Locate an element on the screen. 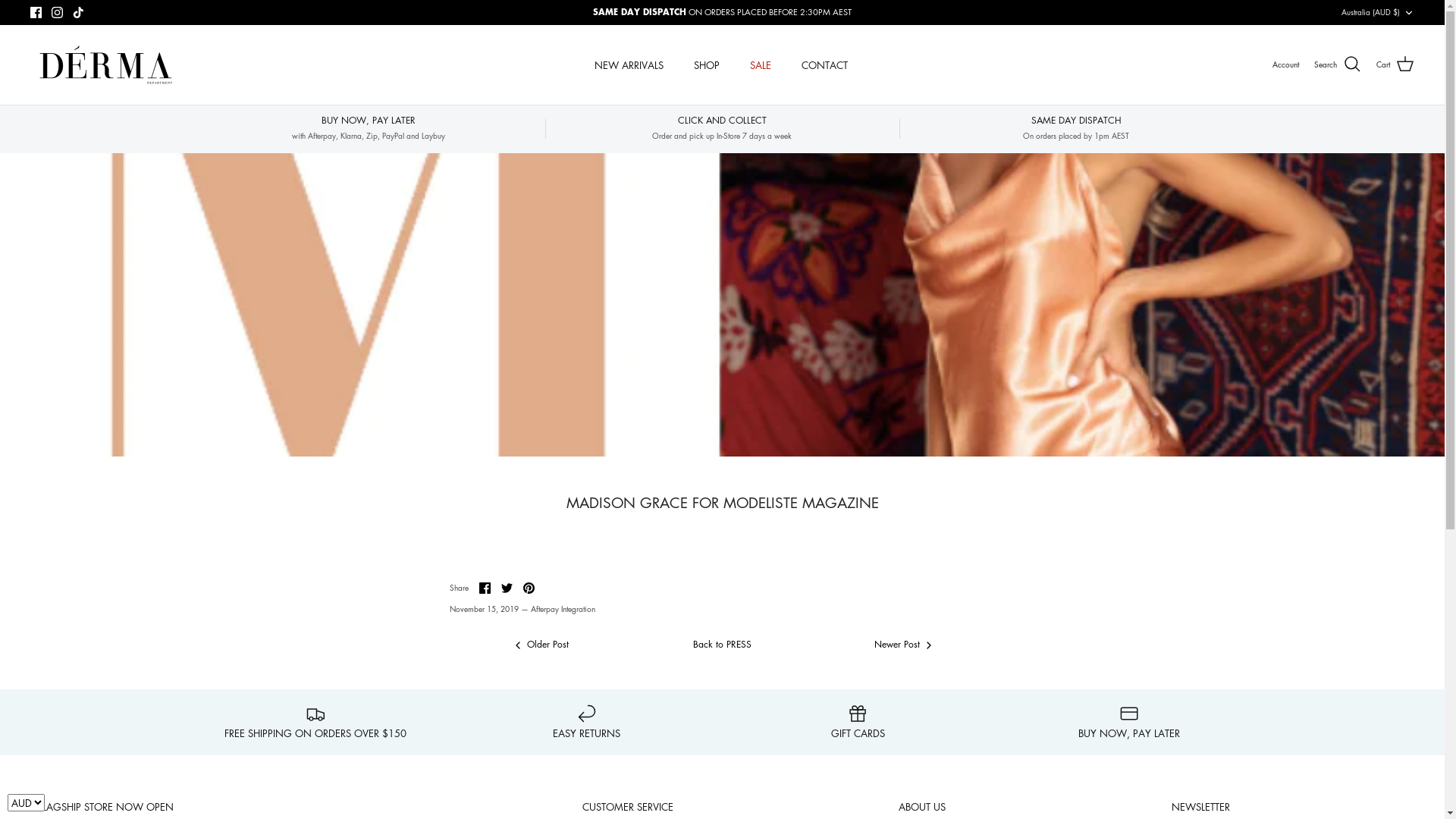 The width and height of the screenshot is (1456, 819). 'Facebook is located at coordinates (484, 587).